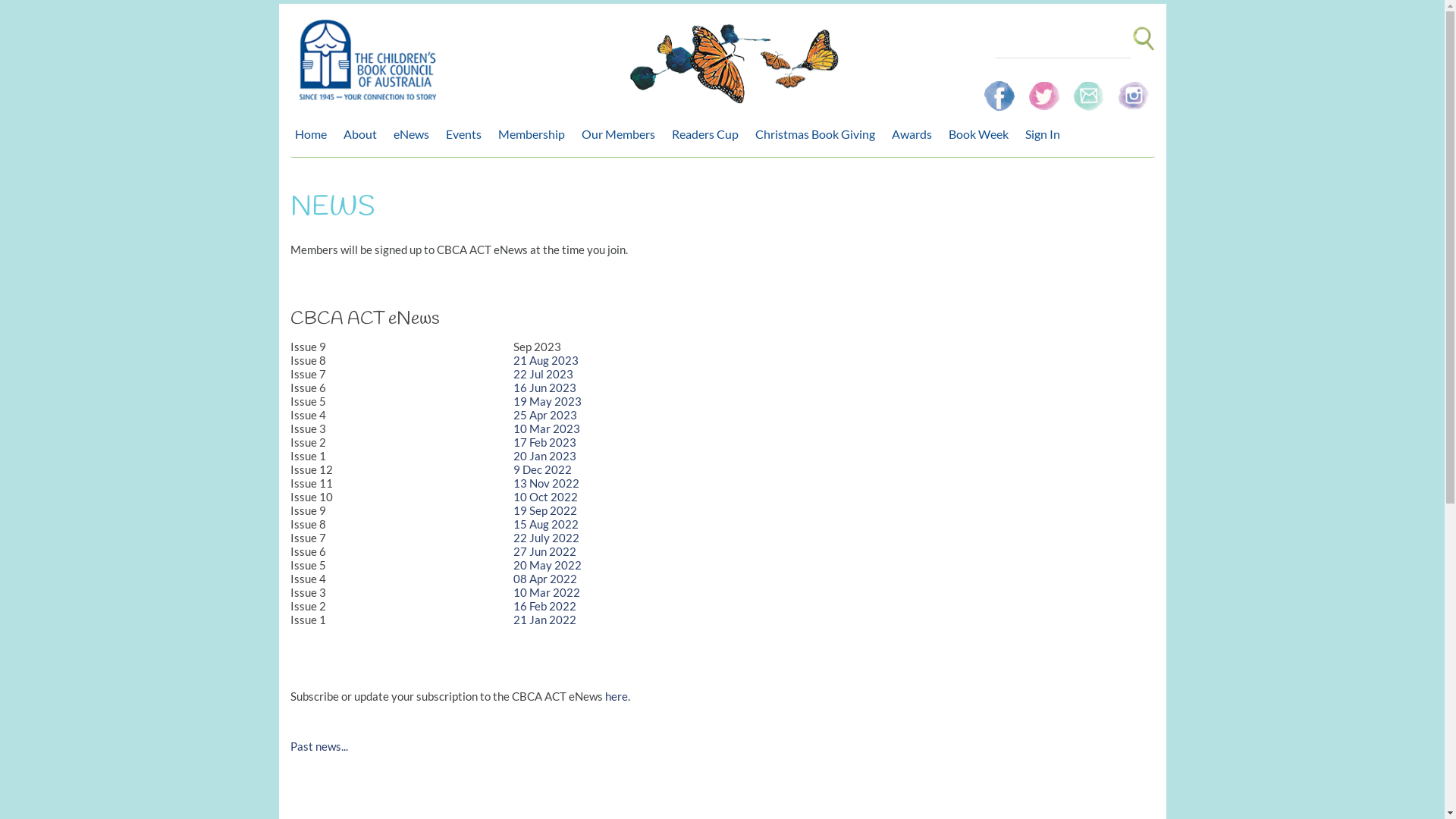  Describe the element at coordinates (545, 415) in the screenshot. I see `'25 Apr 2023'` at that location.